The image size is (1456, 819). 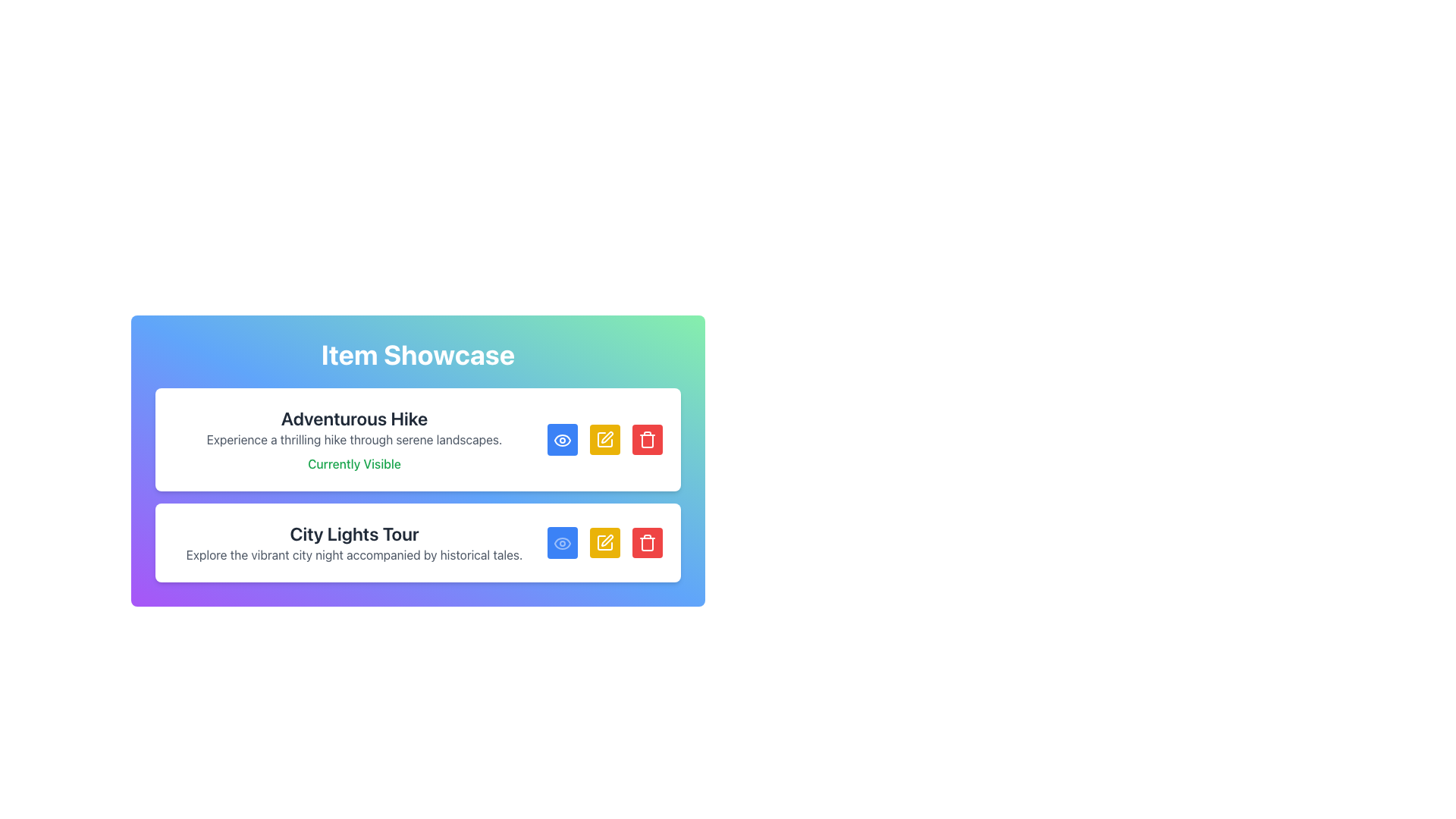 What do you see at coordinates (648, 439) in the screenshot?
I see `the red delete button with a trash bin icon located to the right of the 'Adventurous Hike' description` at bounding box center [648, 439].